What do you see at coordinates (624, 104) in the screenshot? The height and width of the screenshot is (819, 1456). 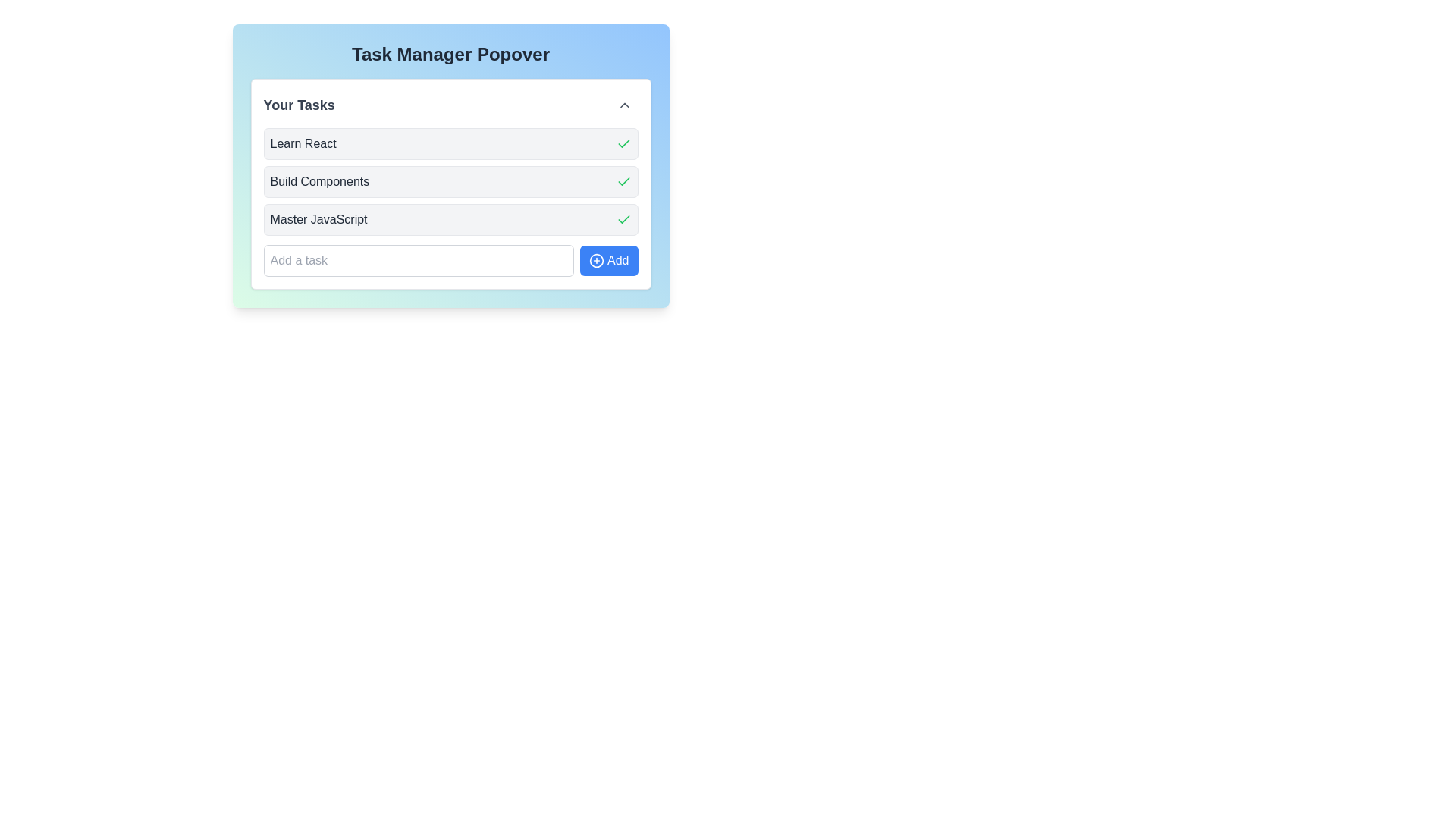 I see `the collapsible toggle button located at the upper-right corner of the 'Your Tasks' header` at bounding box center [624, 104].